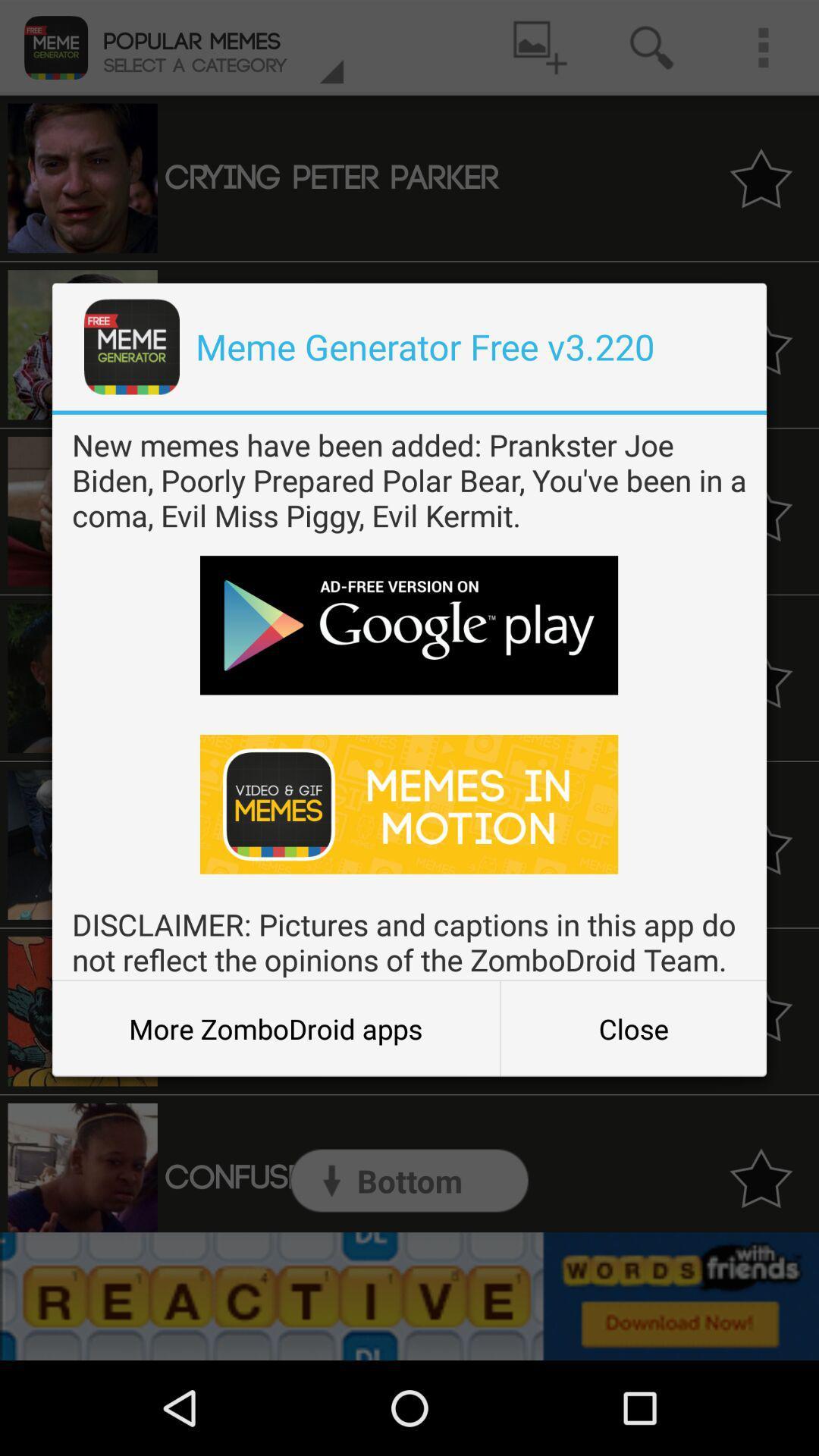 The image size is (819, 1456). Describe the element at coordinates (408, 625) in the screenshot. I see `google play` at that location.